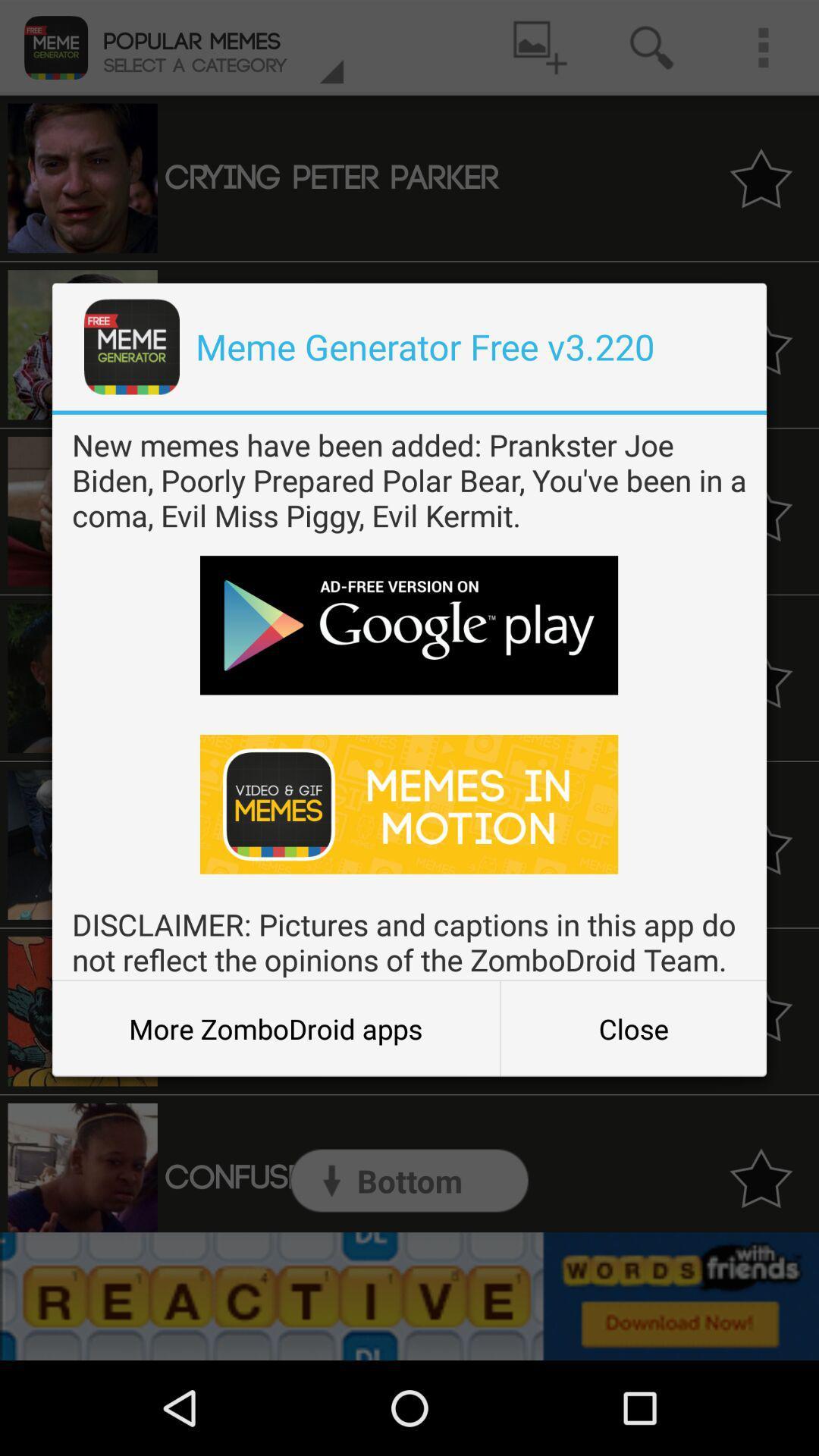 The image size is (819, 1456). Describe the element at coordinates (408, 625) in the screenshot. I see `google play` at that location.